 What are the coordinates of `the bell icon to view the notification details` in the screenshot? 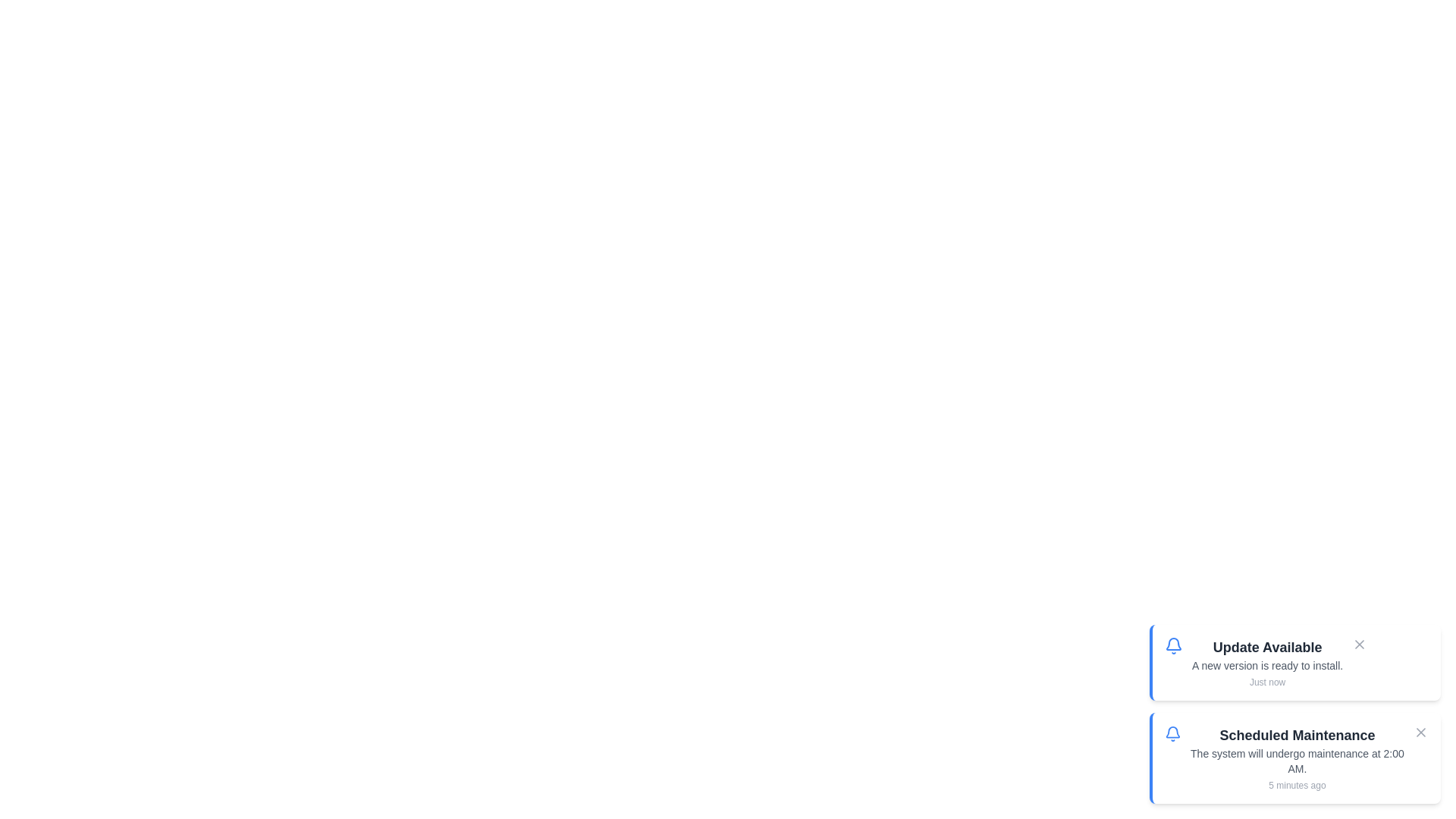 It's located at (1173, 646).